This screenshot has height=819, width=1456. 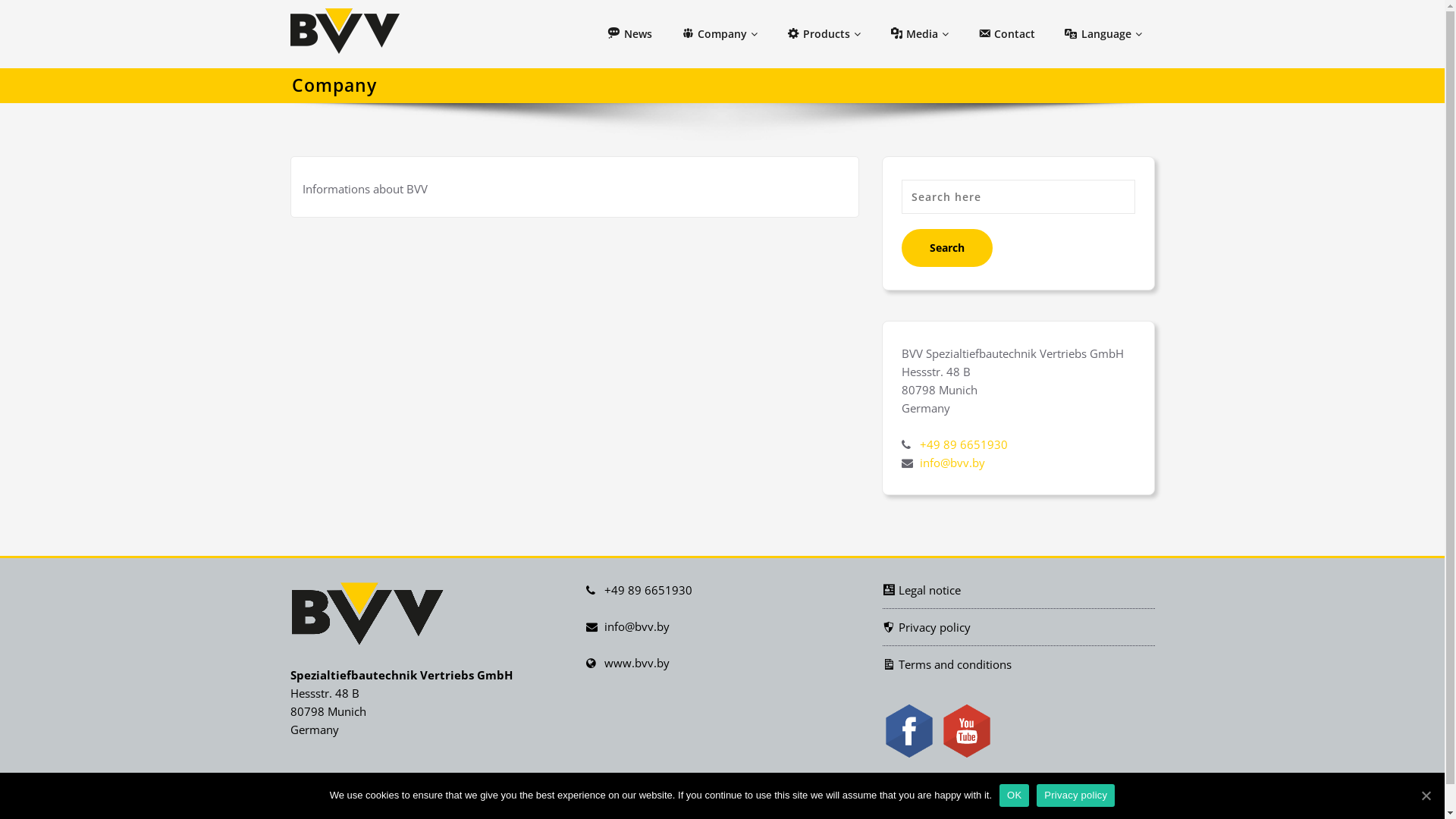 What do you see at coordinates (1014, 795) in the screenshot?
I see `'OK'` at bounding box center [1014, 795].